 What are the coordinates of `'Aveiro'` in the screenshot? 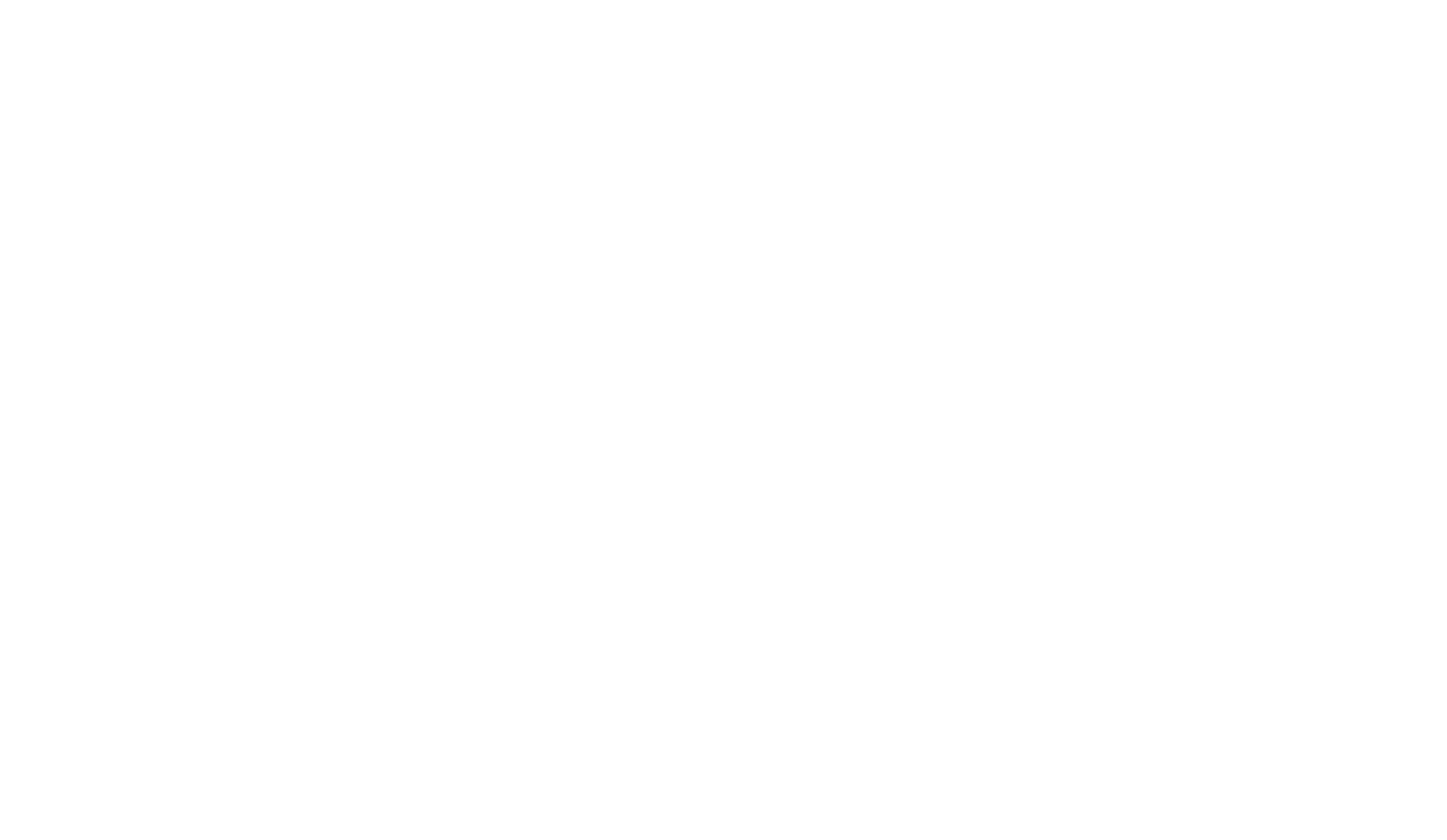 It's located at (1097, 22).